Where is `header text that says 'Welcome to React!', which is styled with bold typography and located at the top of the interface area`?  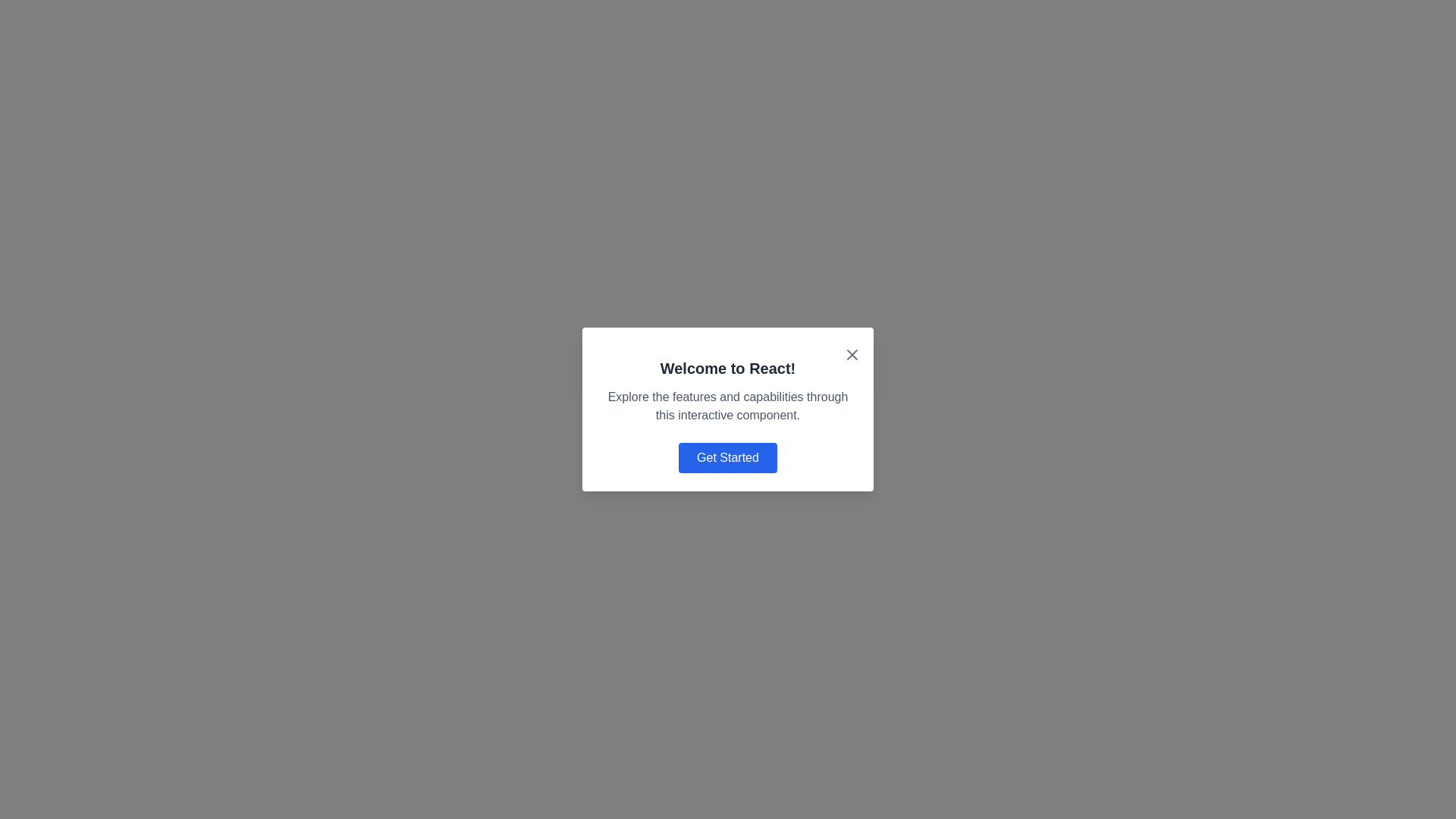
header text that says 'Welcome to React!', which is styled with bold typography and located at the top of the interface area is located at coordinates (728, 369).